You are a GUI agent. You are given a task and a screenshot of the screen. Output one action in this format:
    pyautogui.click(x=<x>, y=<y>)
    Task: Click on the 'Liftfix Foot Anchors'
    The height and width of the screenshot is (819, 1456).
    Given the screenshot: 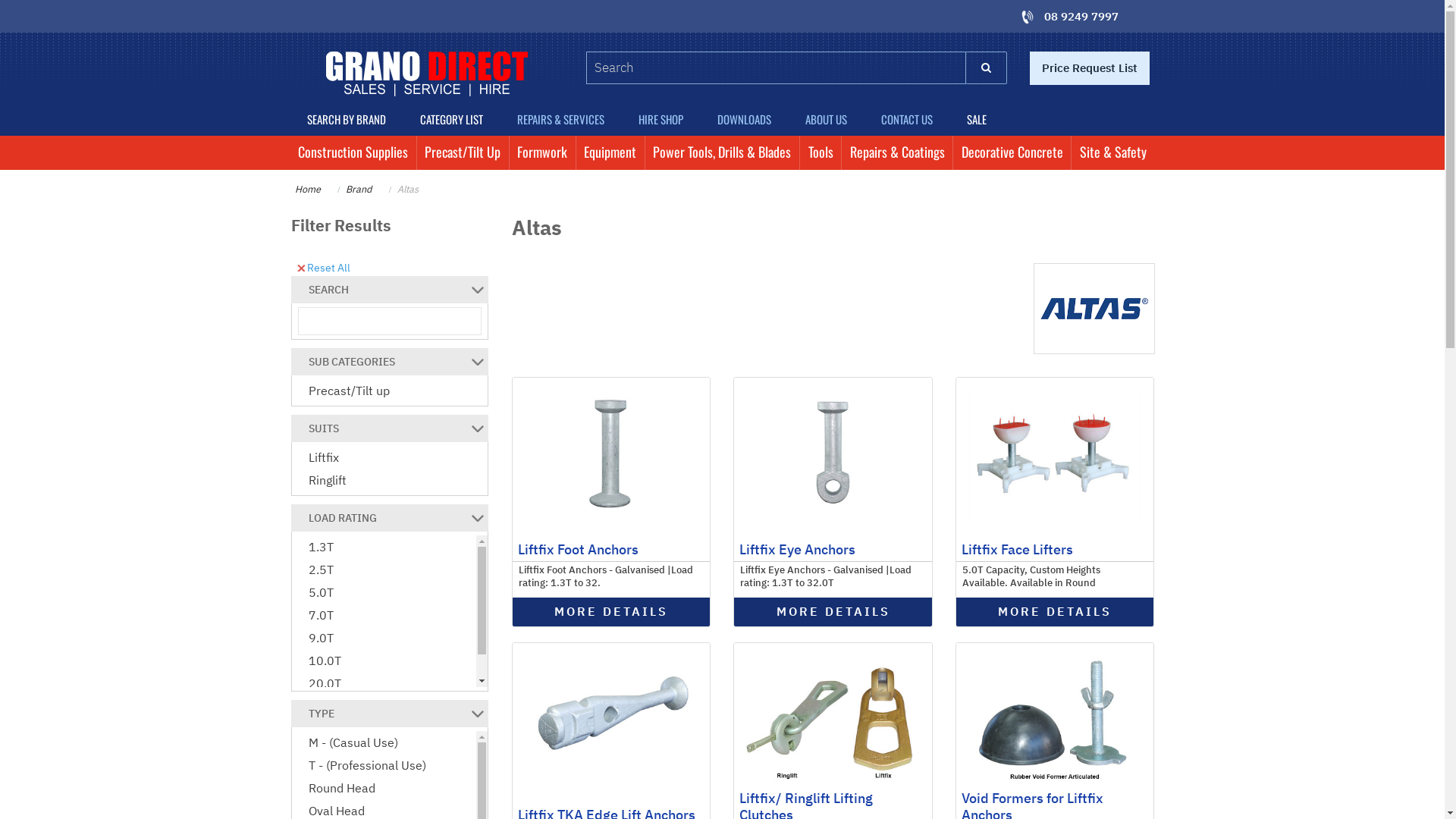 What is the action you would take?
    pyautogui.click(x=577, y=549)
    